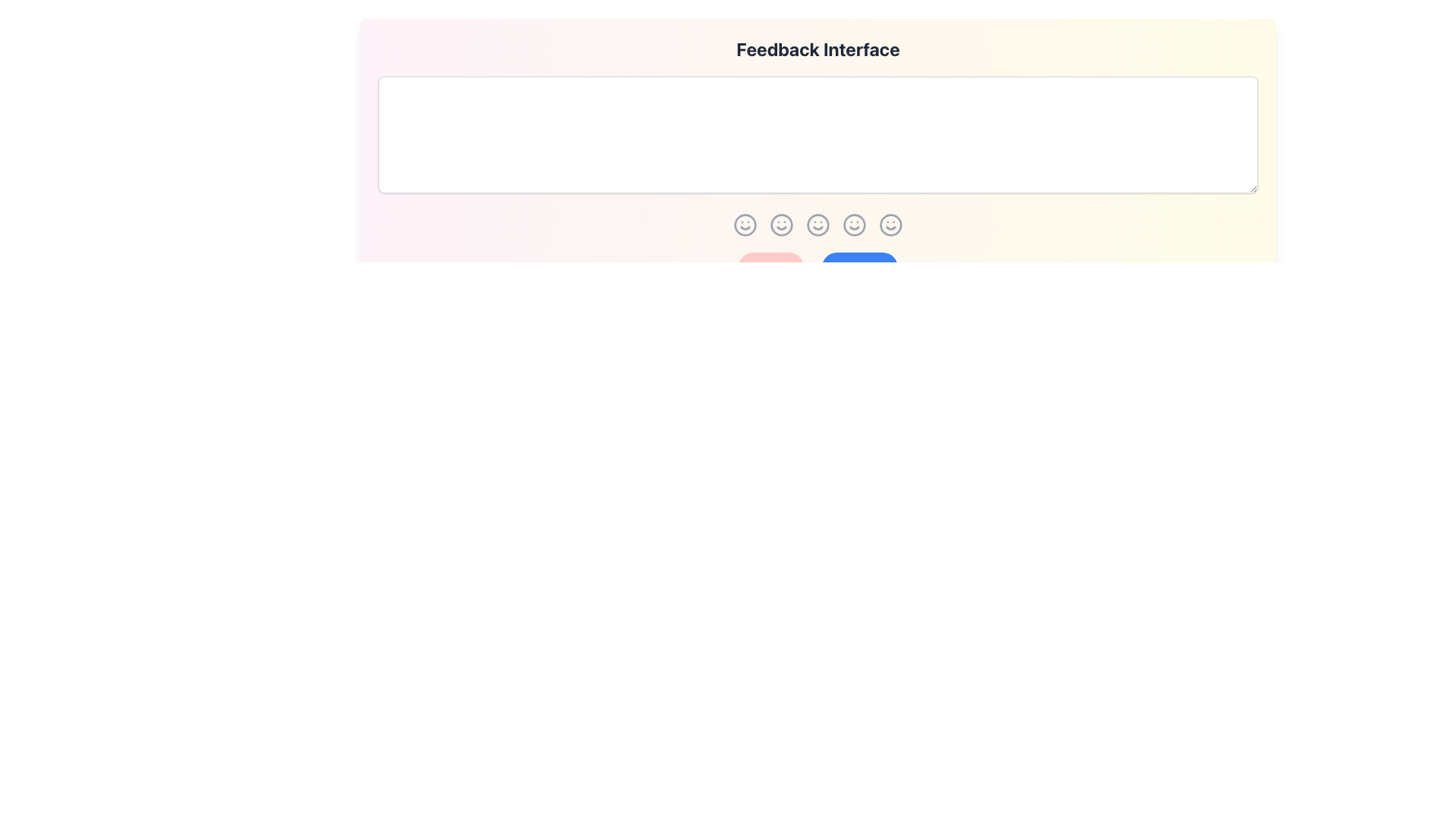 This screenshot has width=1456, height=819. Describe the element at coordinates (817, 225) in the screenshot. I see `the middle smiley icon in the horizontal layout of five icons in the 'Feedback Interface' area` at that location.